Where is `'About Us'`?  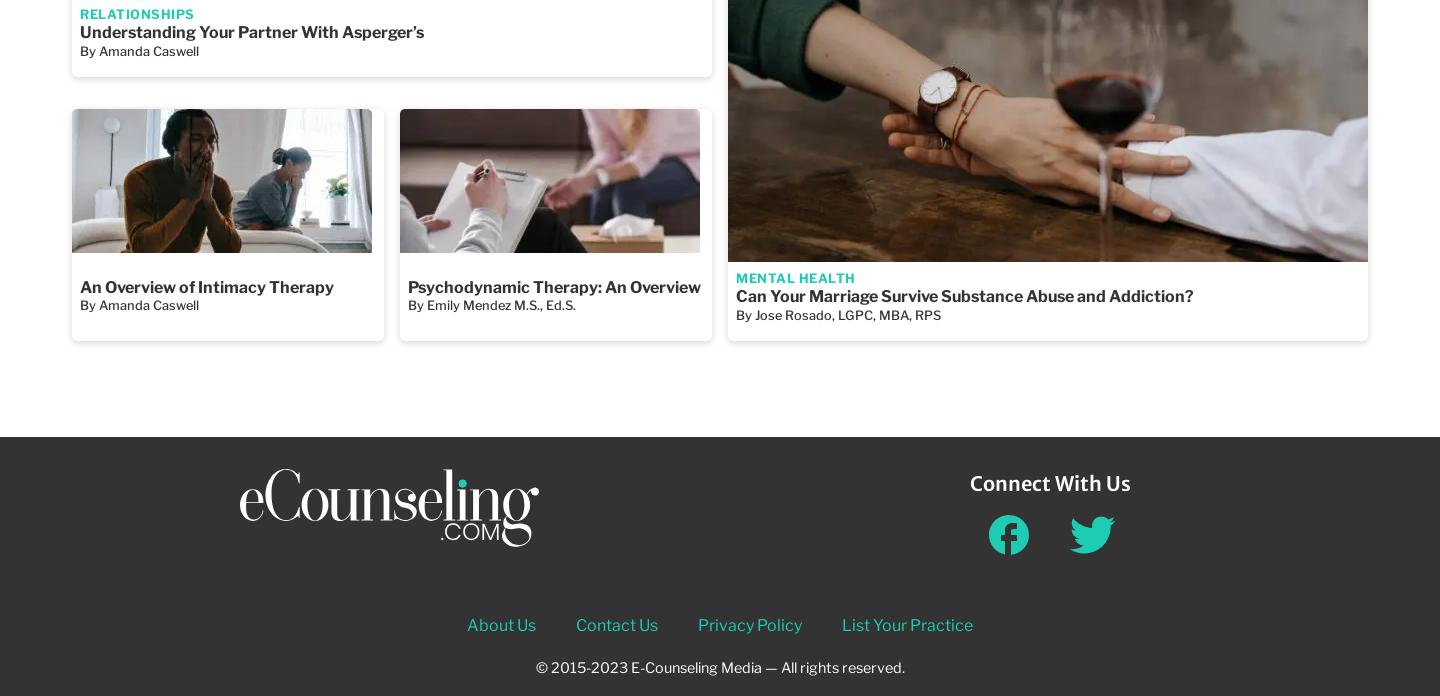 'About Us' is located at coordinates (500, 623).